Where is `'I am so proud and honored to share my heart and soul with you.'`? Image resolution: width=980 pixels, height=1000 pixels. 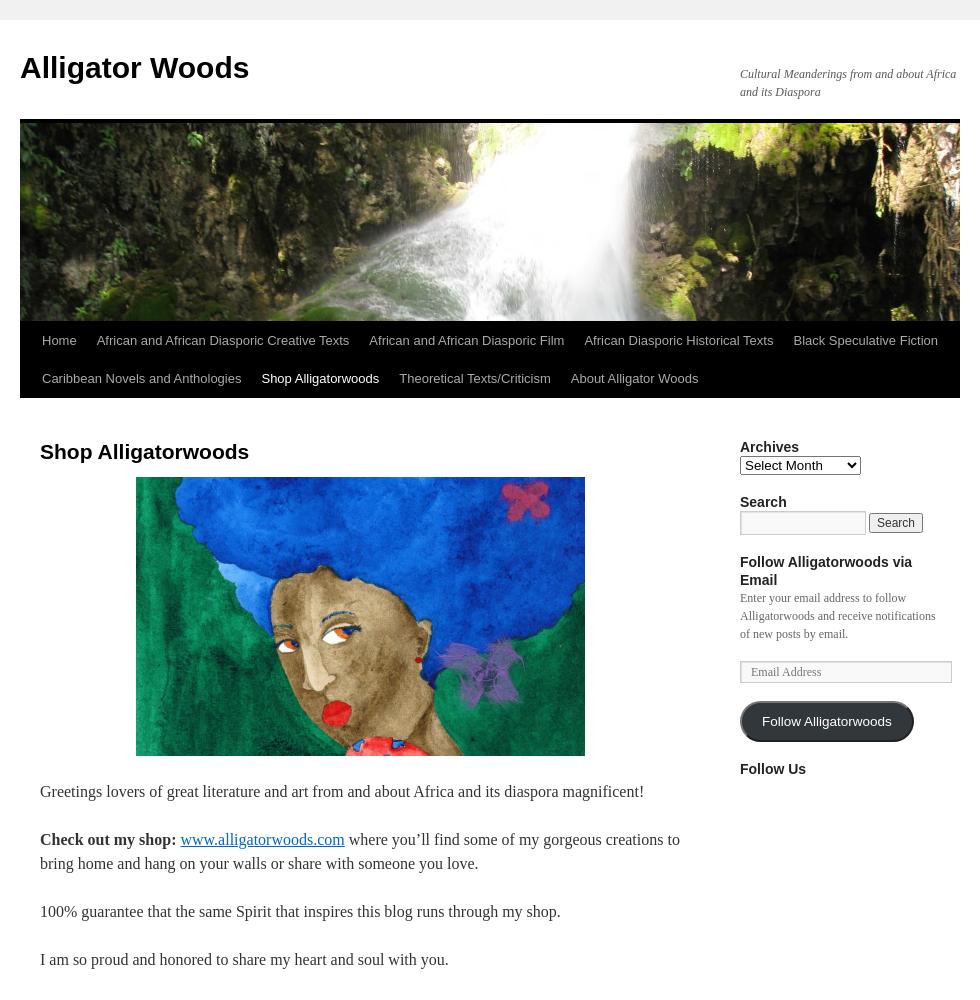
'I am so proud and honored to share my heart and soul with you.' is located at coordinates (244, 958).